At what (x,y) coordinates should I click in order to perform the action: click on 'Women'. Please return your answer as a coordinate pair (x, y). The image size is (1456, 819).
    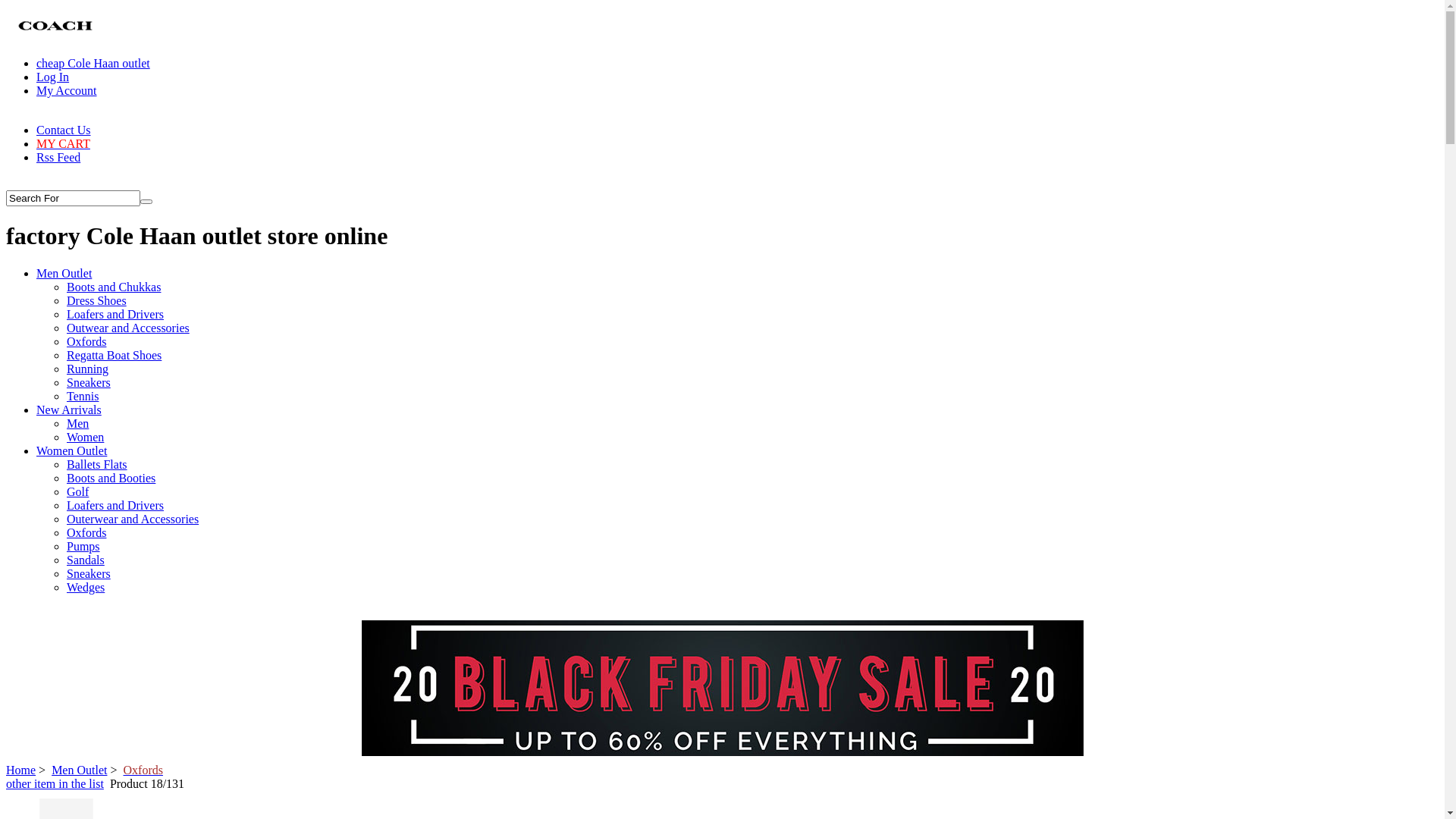
    Looking at the image, I should click on (84, 437).